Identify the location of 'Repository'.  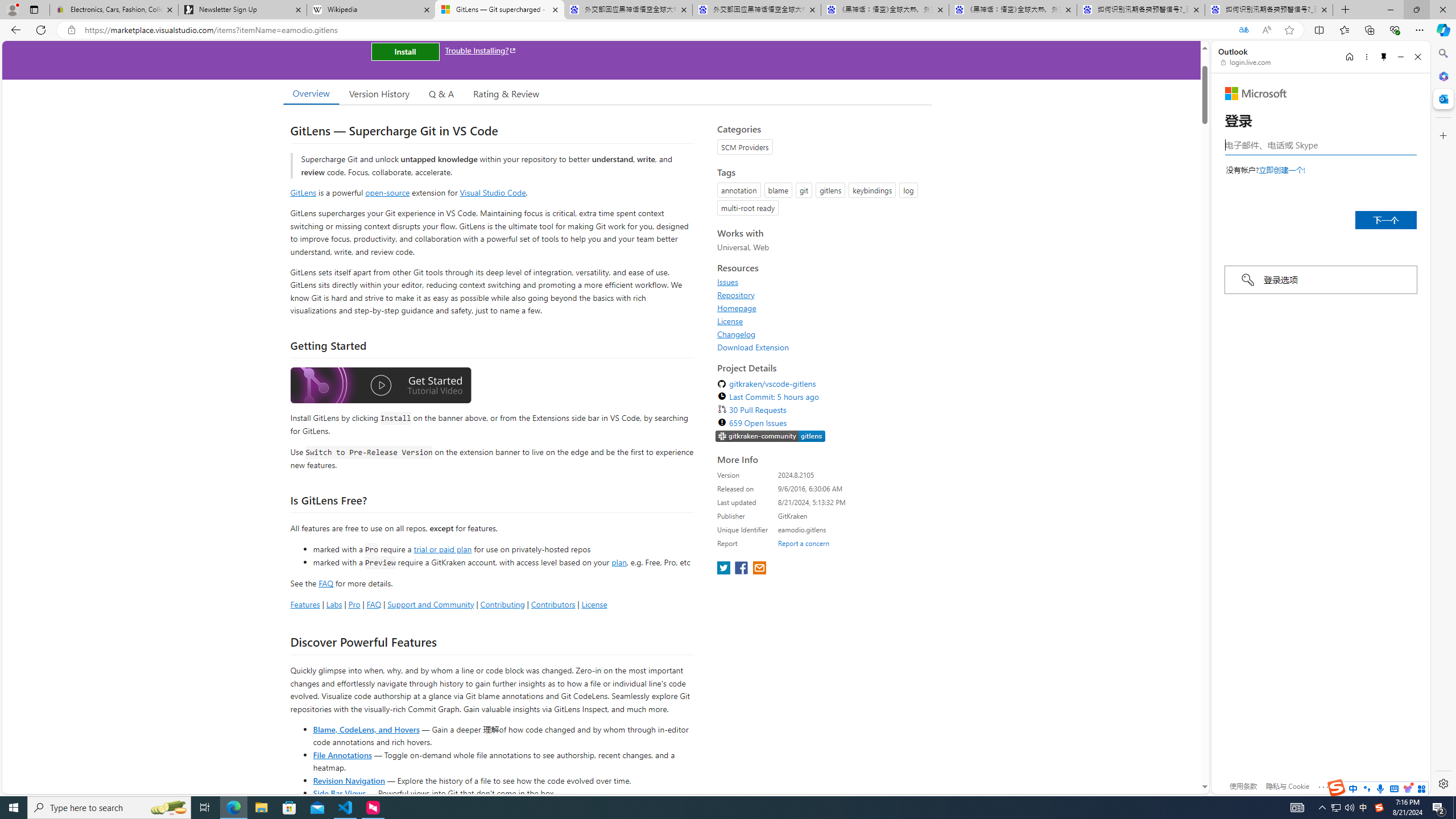
(735, 294).